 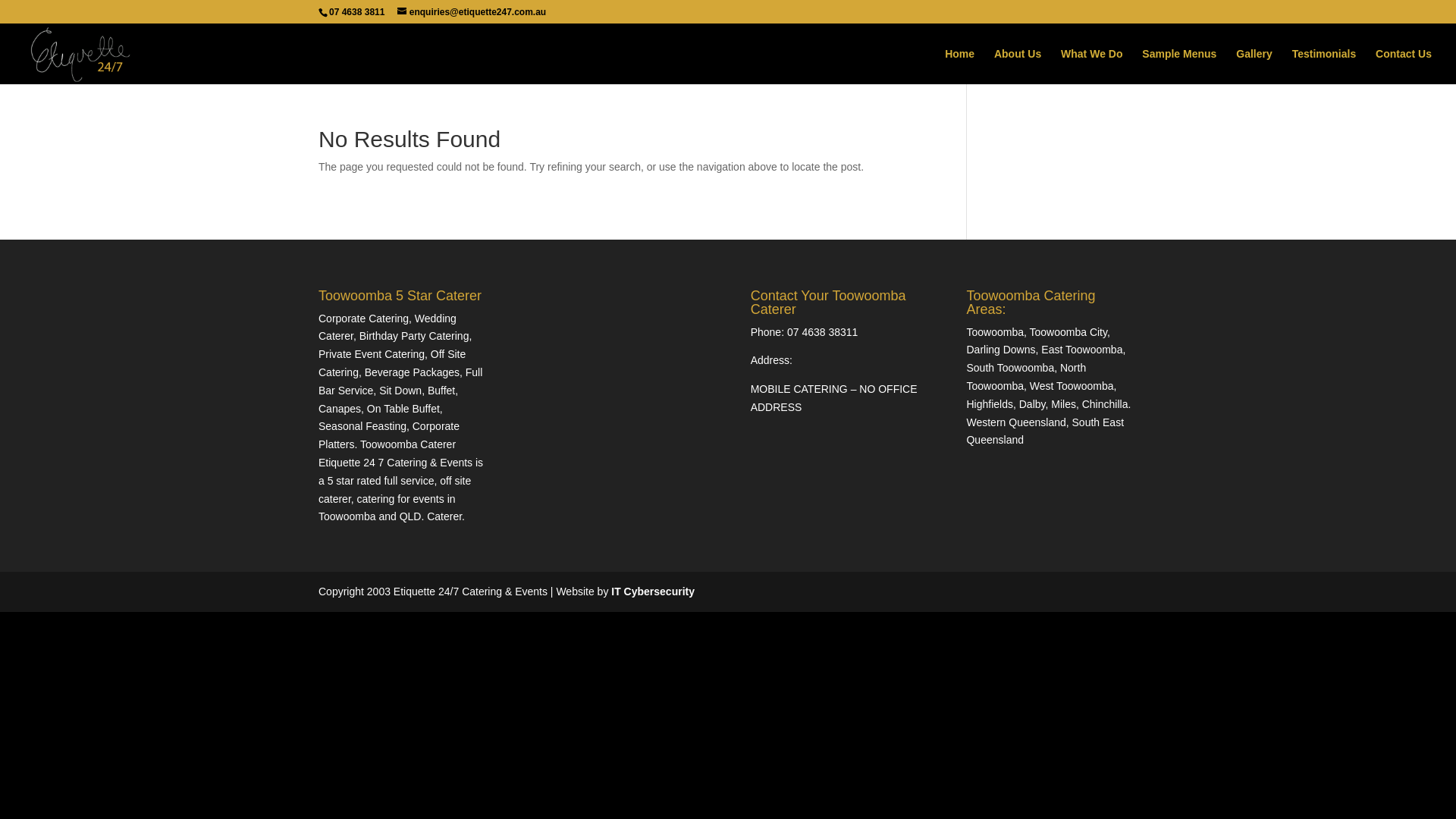 What do you see at coordinates (1376, 65) in the screenshot?
I see `'Contact Us'` at bounding box center [1376, 65].